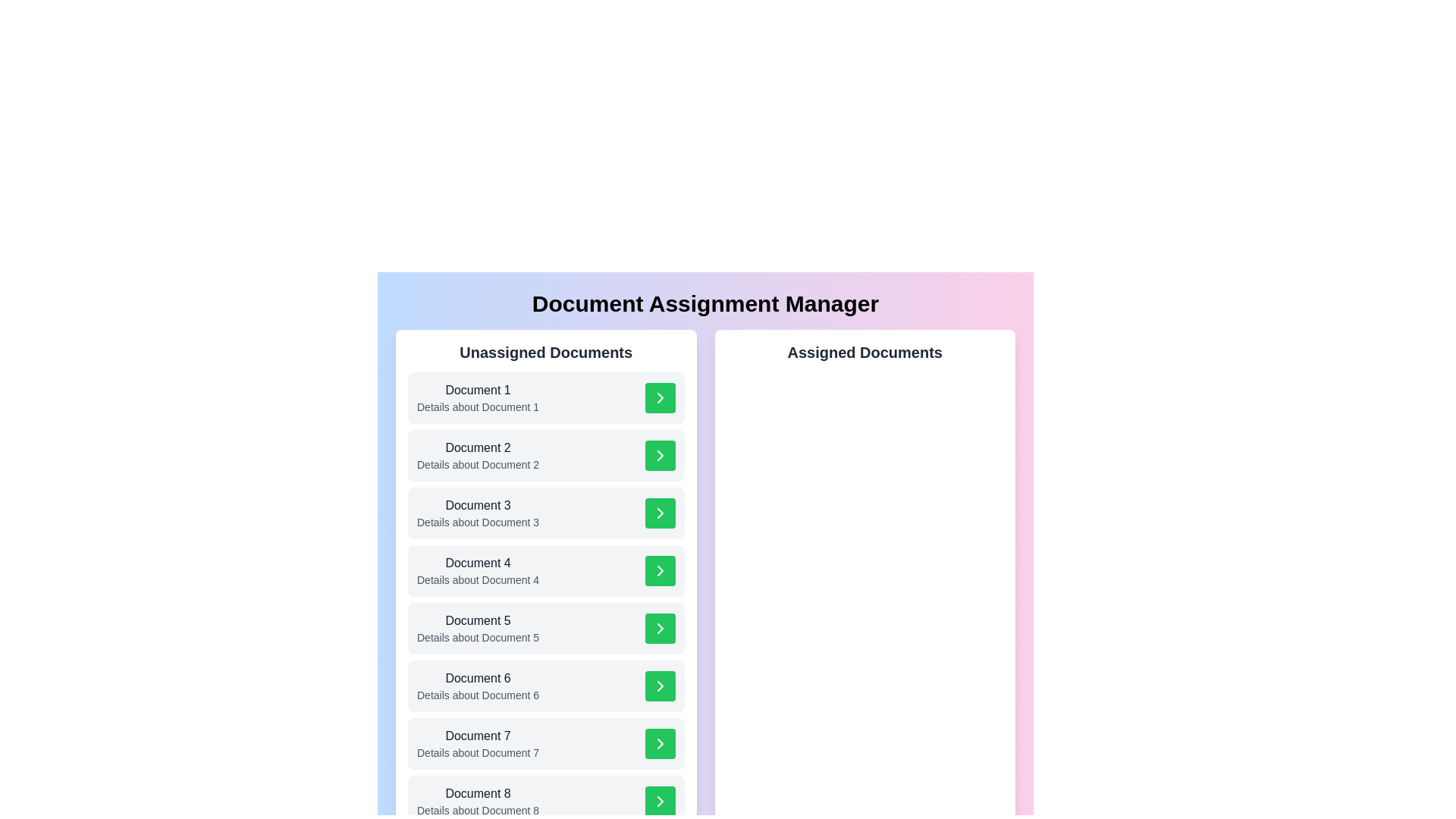 The height and width of the screenshot is (819, 1456). What do you see at coordinates (546, 686) in the screenshot?
I see `the list item representing 'Document 6'` at bounding box center [546, 686].